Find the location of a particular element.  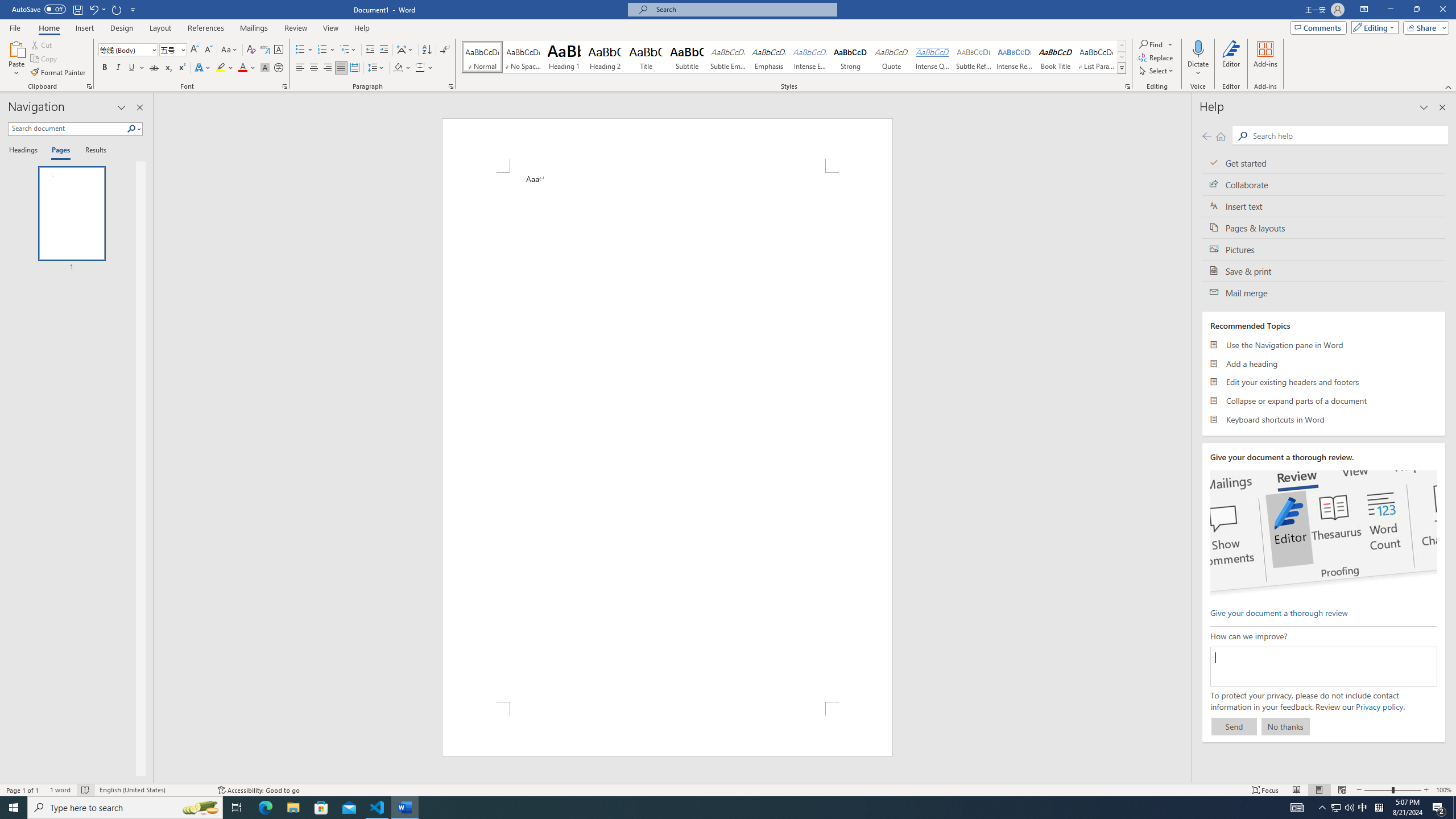

'Underline' is located at coordinates (131, 67).